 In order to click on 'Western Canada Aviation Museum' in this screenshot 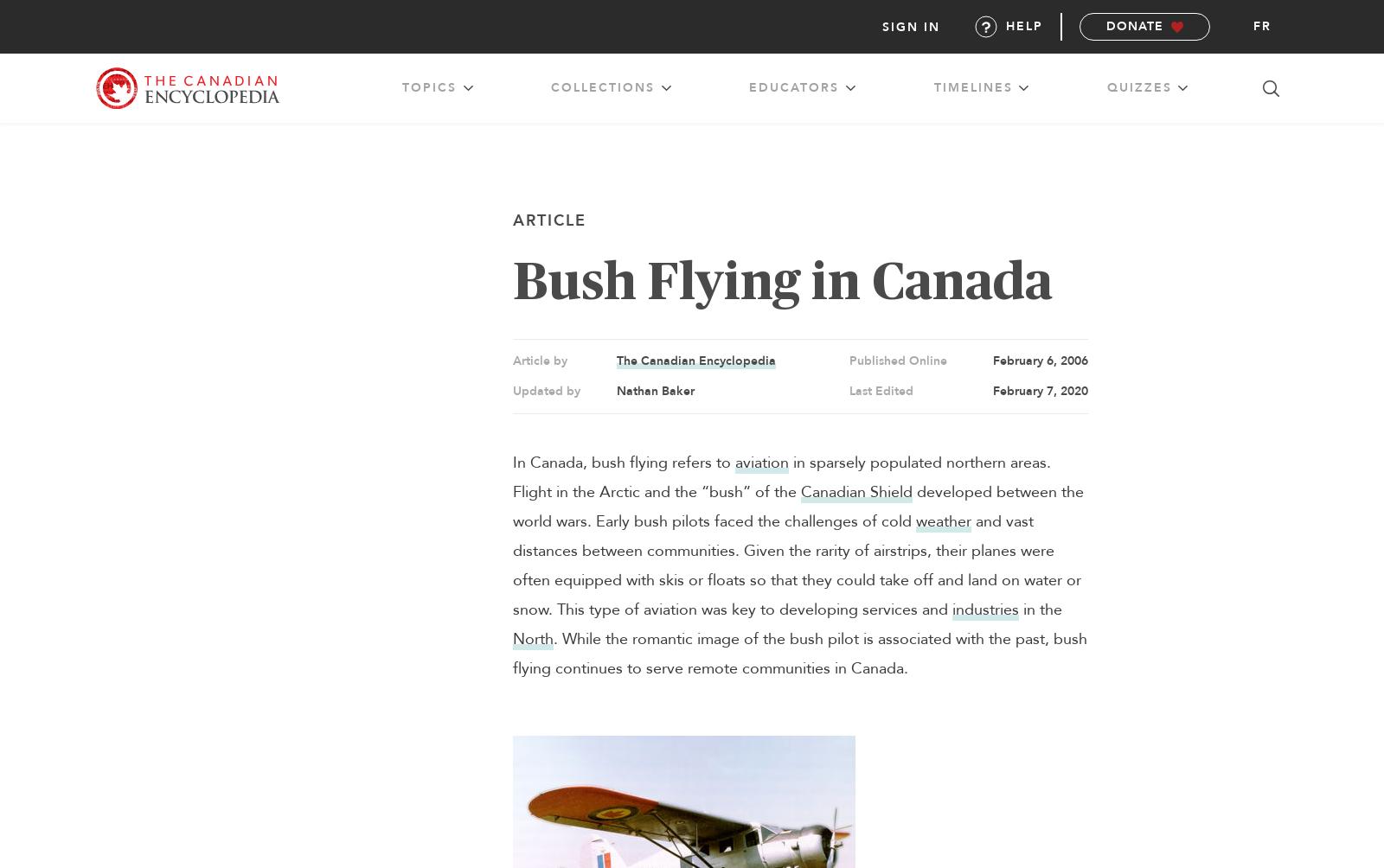, I will do `click(439, 331)`.